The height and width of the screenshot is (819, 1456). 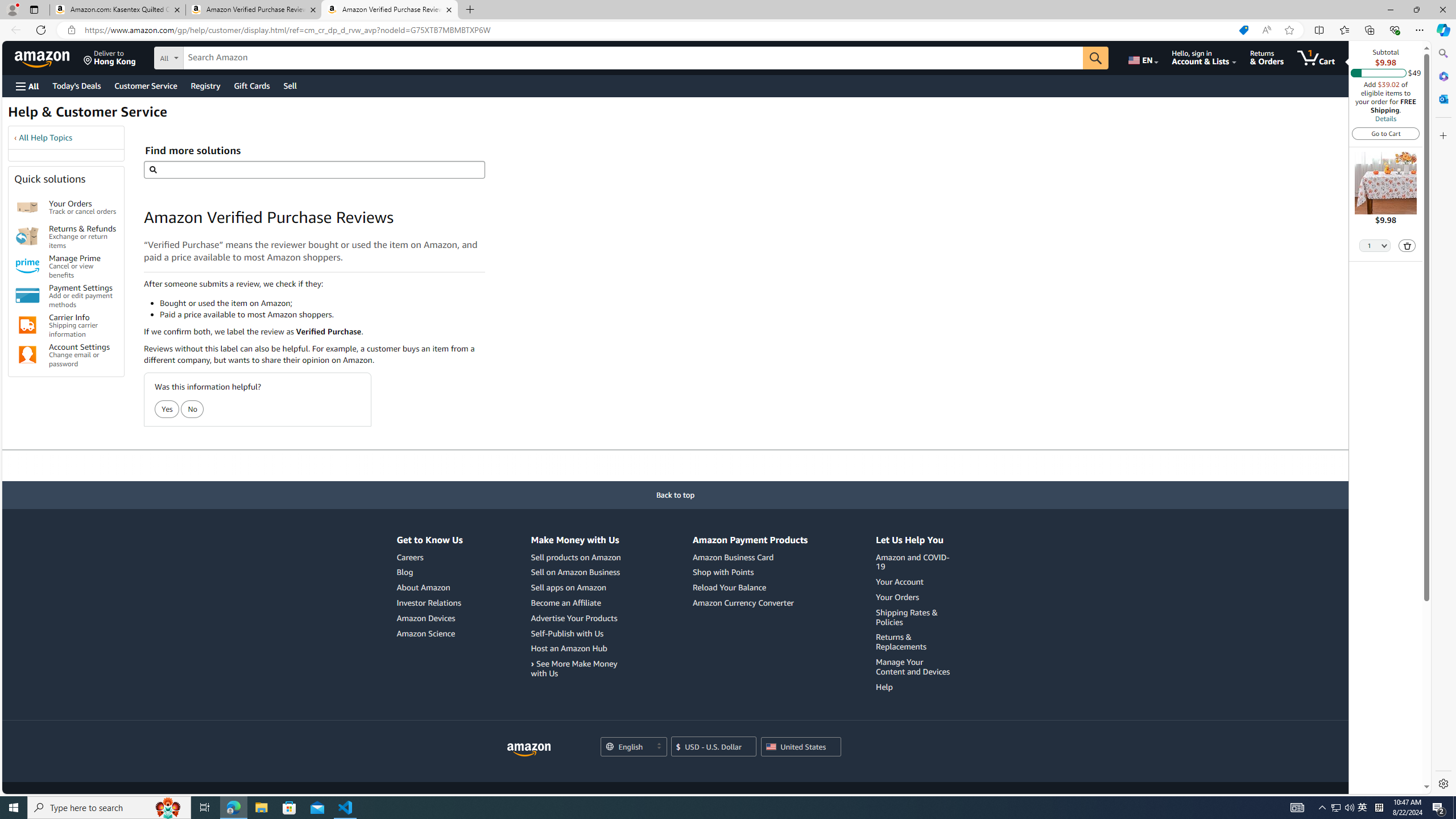 What do you see at coordinates (1203, 57) in the screenshot?
I see `'Hello, sign in Account & Lists'` at bounding box center [1203, 57].